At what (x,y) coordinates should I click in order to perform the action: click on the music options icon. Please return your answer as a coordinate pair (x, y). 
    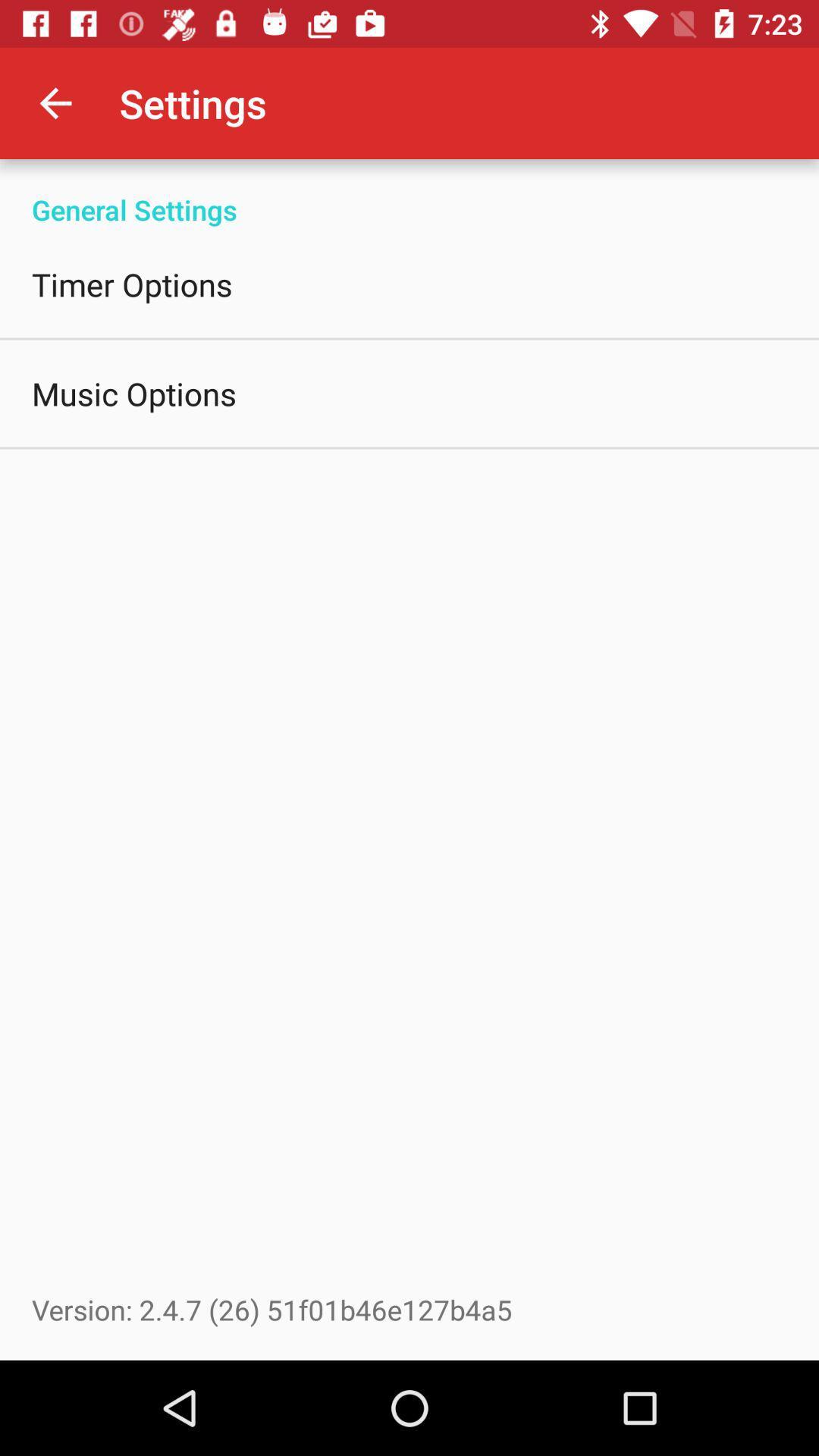
    Looking at the image, I should click on (133, 393).